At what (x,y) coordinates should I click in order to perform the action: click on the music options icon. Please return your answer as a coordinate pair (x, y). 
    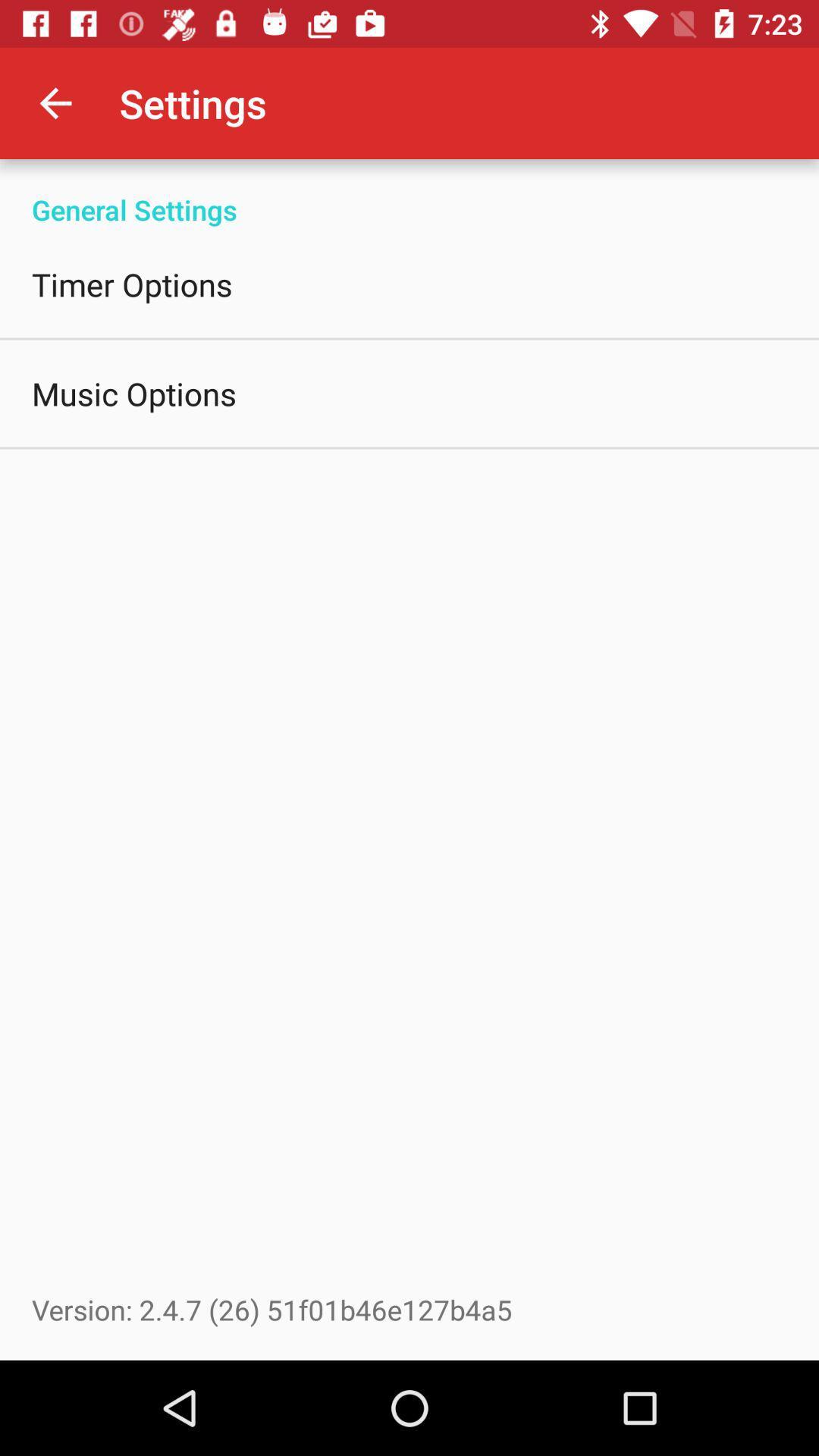
    Looking at the image, I should click on (133, 393).